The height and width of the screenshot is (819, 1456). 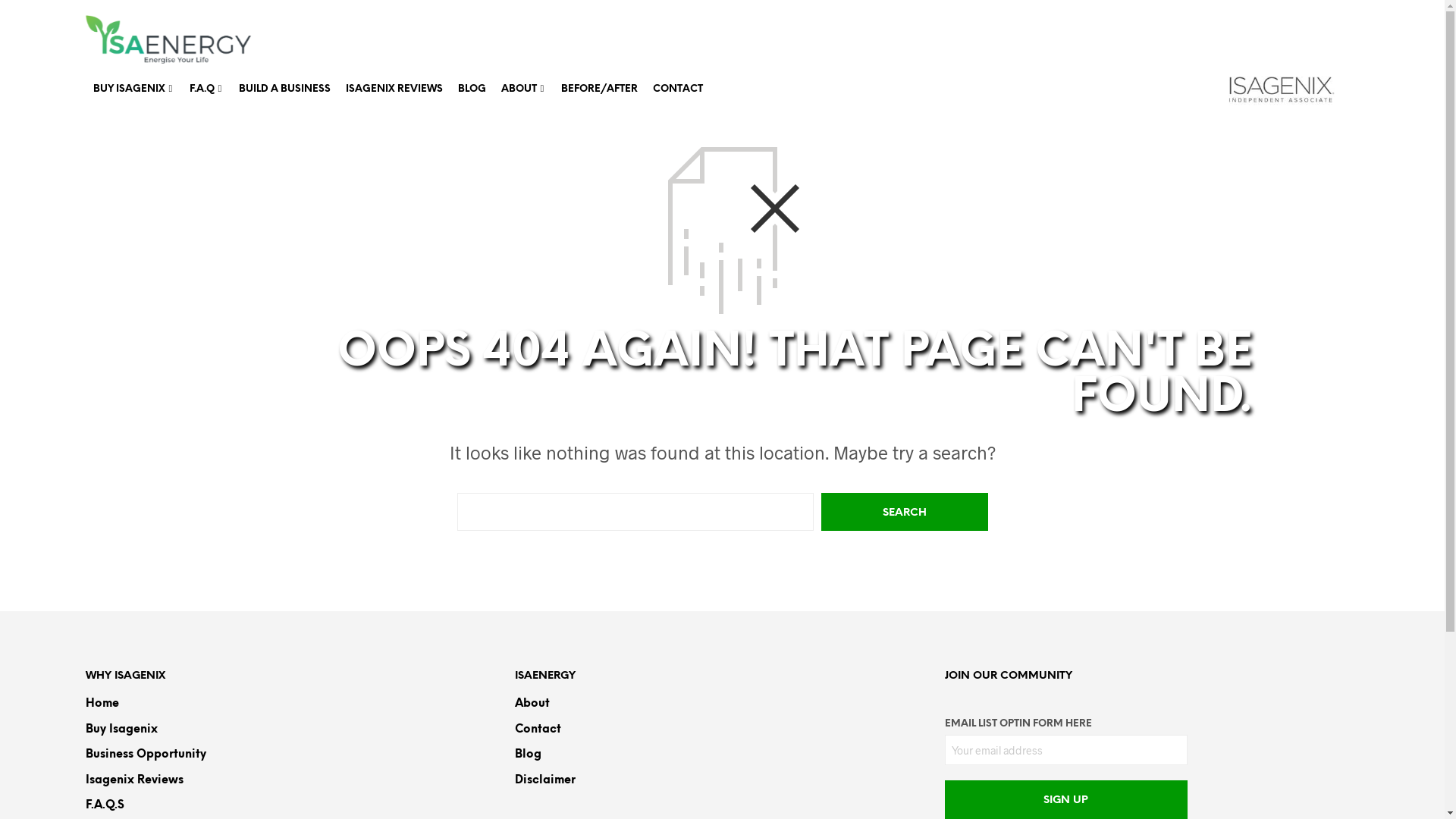 What do you see at coordinates (518, 89) in the screenshot?
I see `'ABOUT'` at bounding box center [518, 89].